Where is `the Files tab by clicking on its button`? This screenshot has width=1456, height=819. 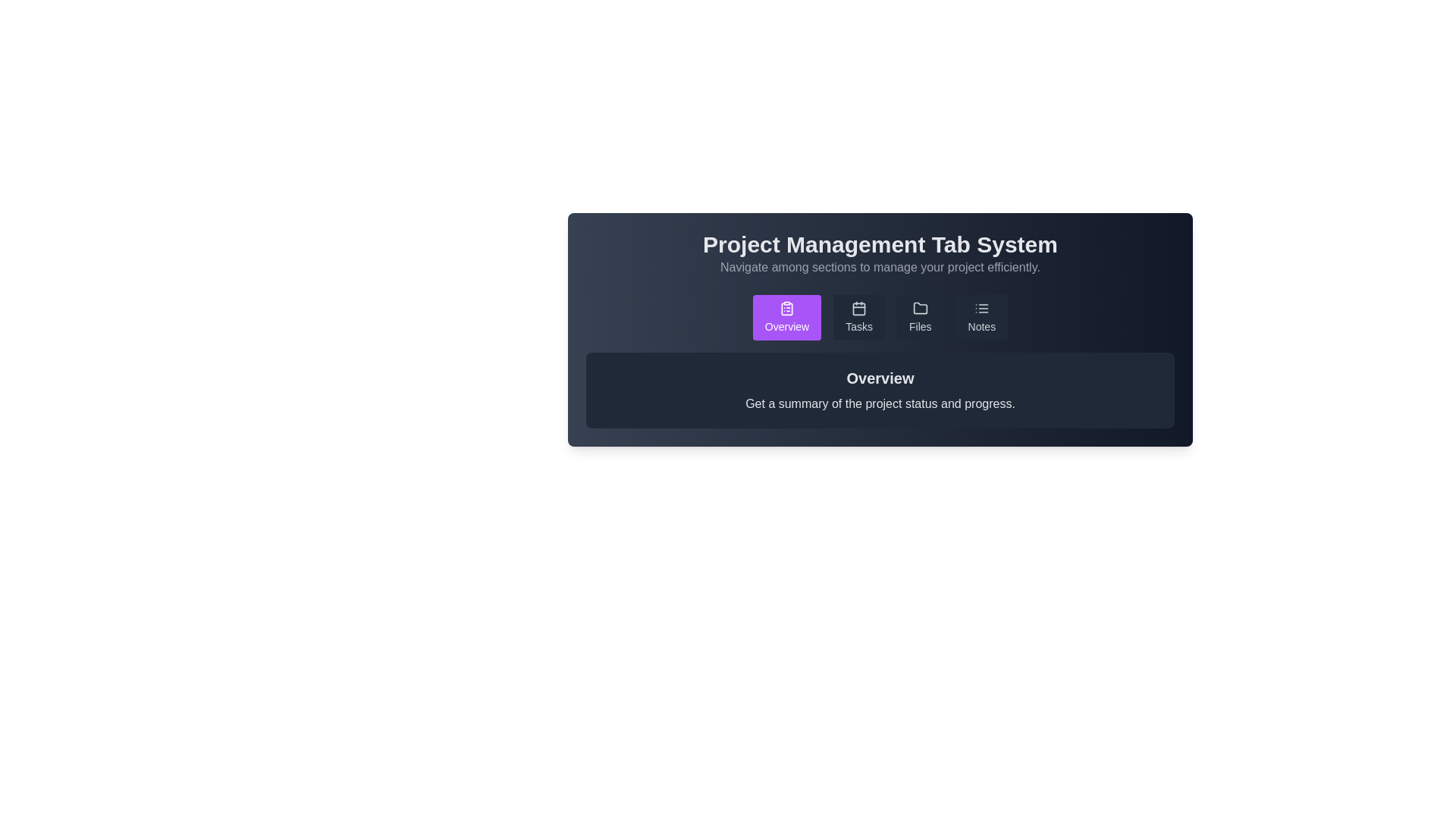 the Files tab by clicking on its button is located at coordinates (919, 317).